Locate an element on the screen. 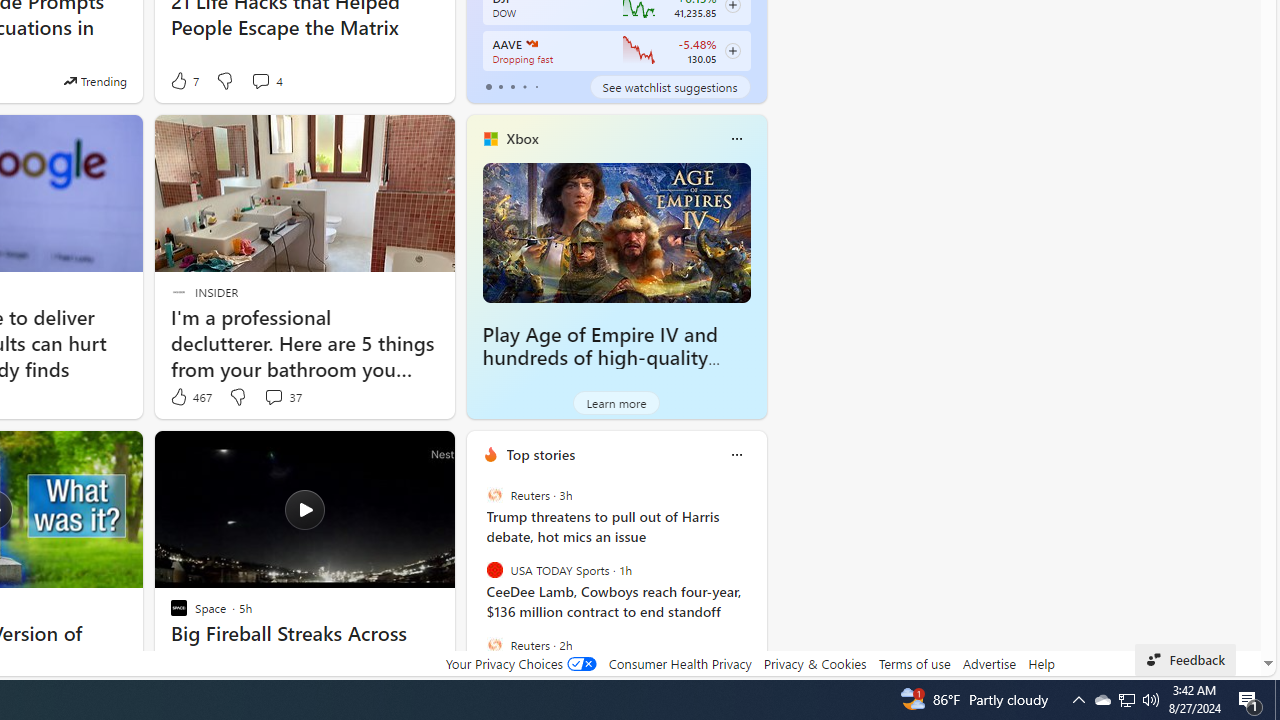 The height and width of the screenshot is (720, 1280). 'This story is trending' is located at coordinates (94, 80).